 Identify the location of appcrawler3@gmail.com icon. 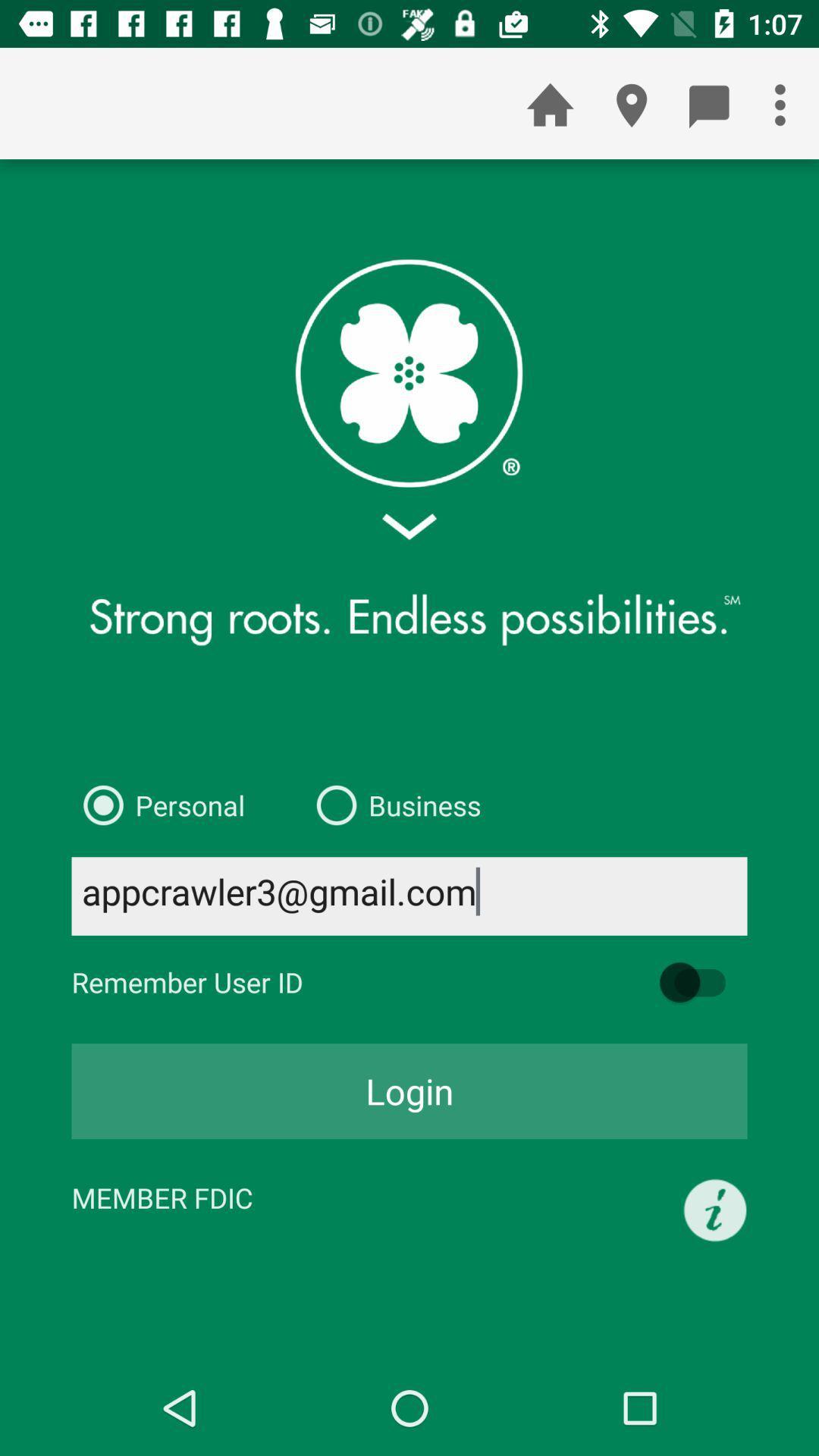
(409, 896).